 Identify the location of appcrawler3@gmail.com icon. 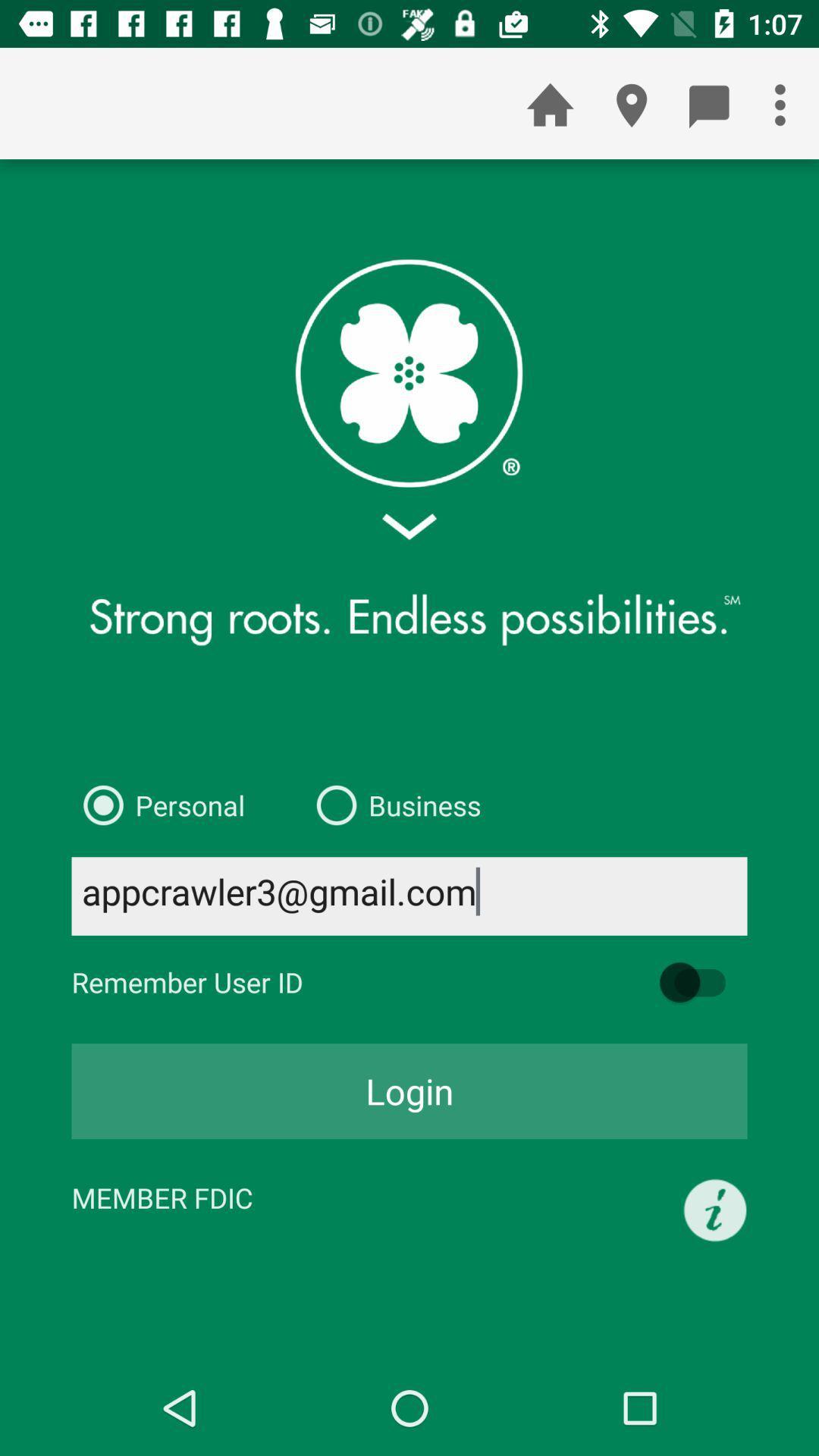
(409, 896).